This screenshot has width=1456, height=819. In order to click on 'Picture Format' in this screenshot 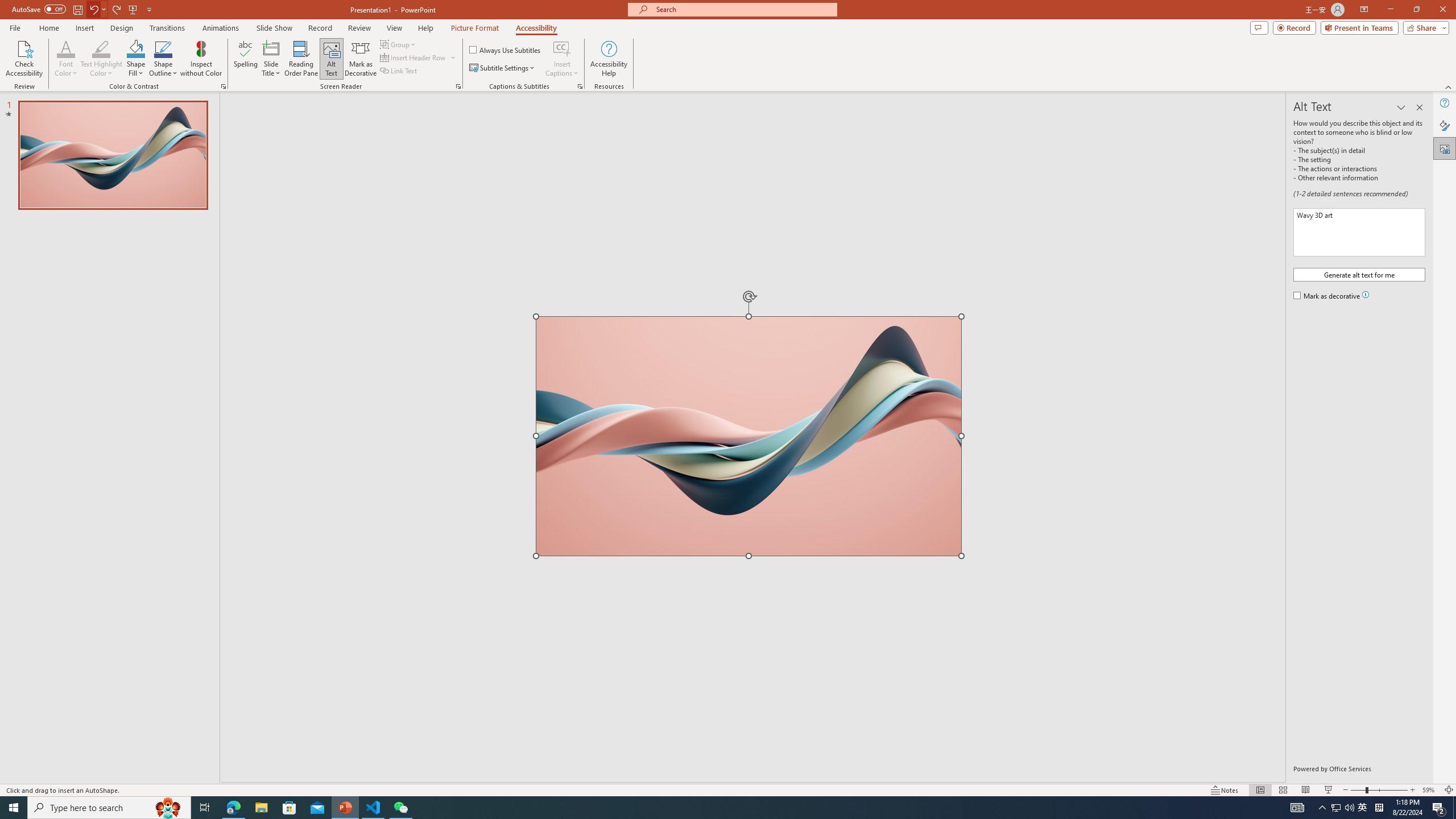, I will do `click(475, 28)`.